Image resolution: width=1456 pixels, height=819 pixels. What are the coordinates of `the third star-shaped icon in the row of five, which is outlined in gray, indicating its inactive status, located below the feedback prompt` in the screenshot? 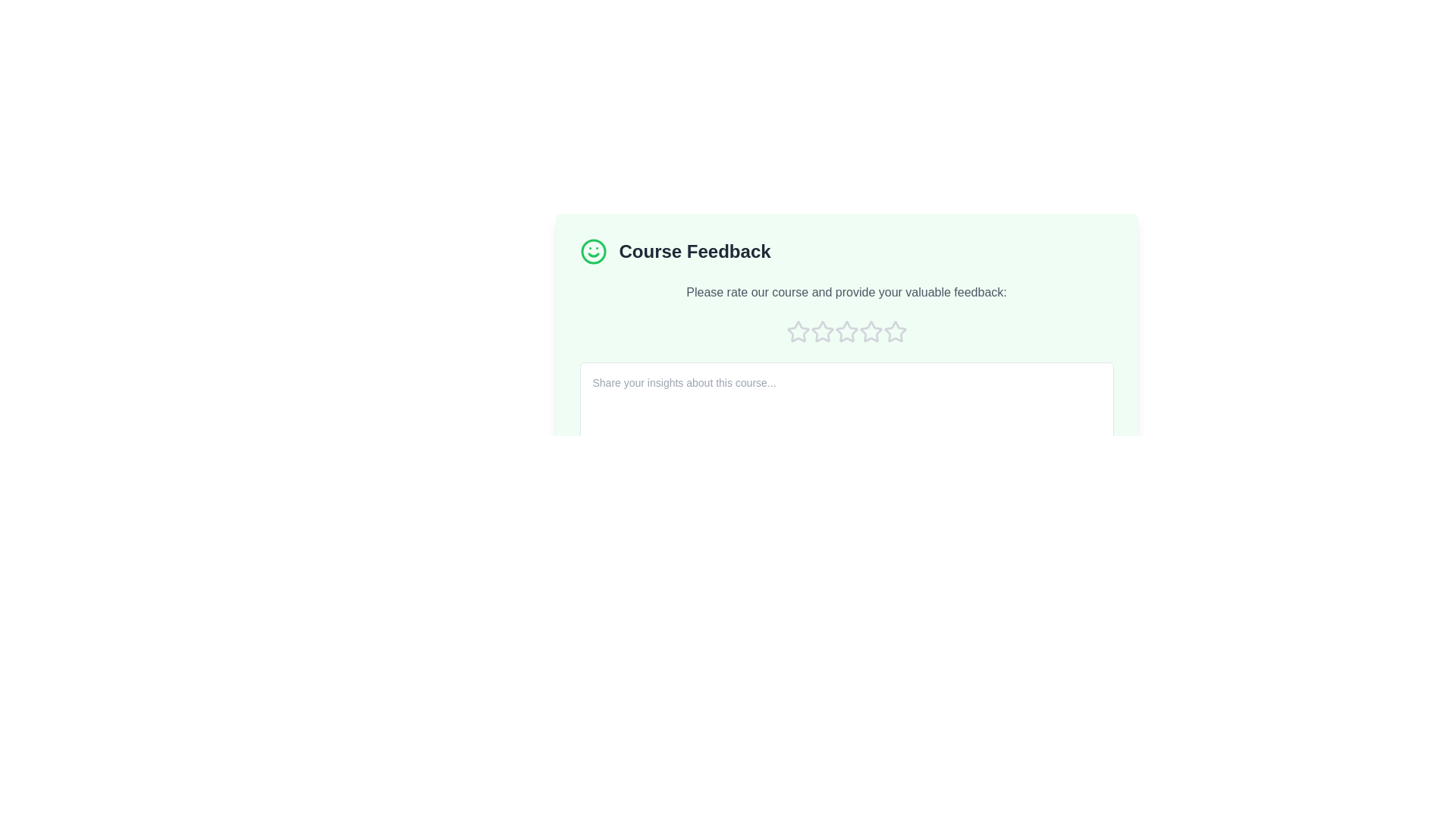 It's located at (821, 331).